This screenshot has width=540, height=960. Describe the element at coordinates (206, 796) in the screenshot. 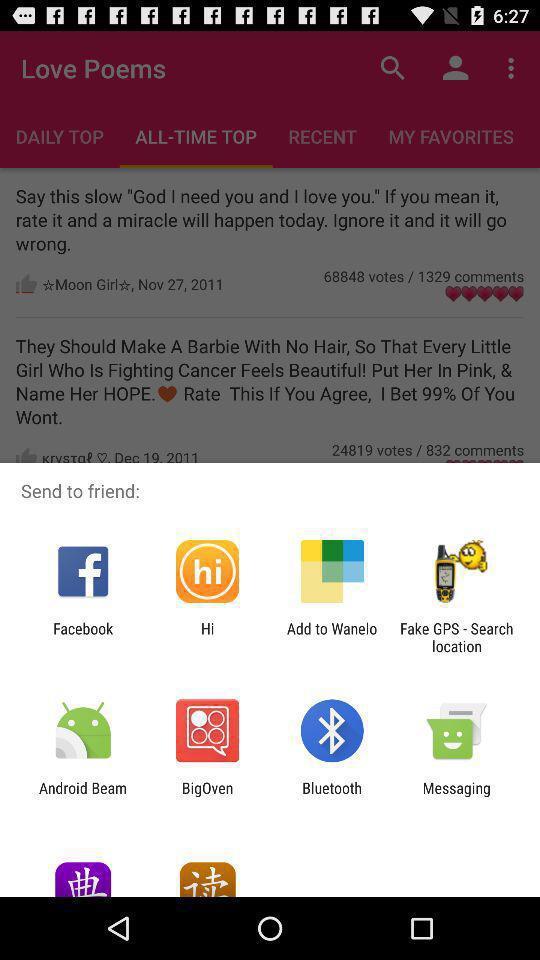

I see `icon to the left of the bluetooth` at that location.